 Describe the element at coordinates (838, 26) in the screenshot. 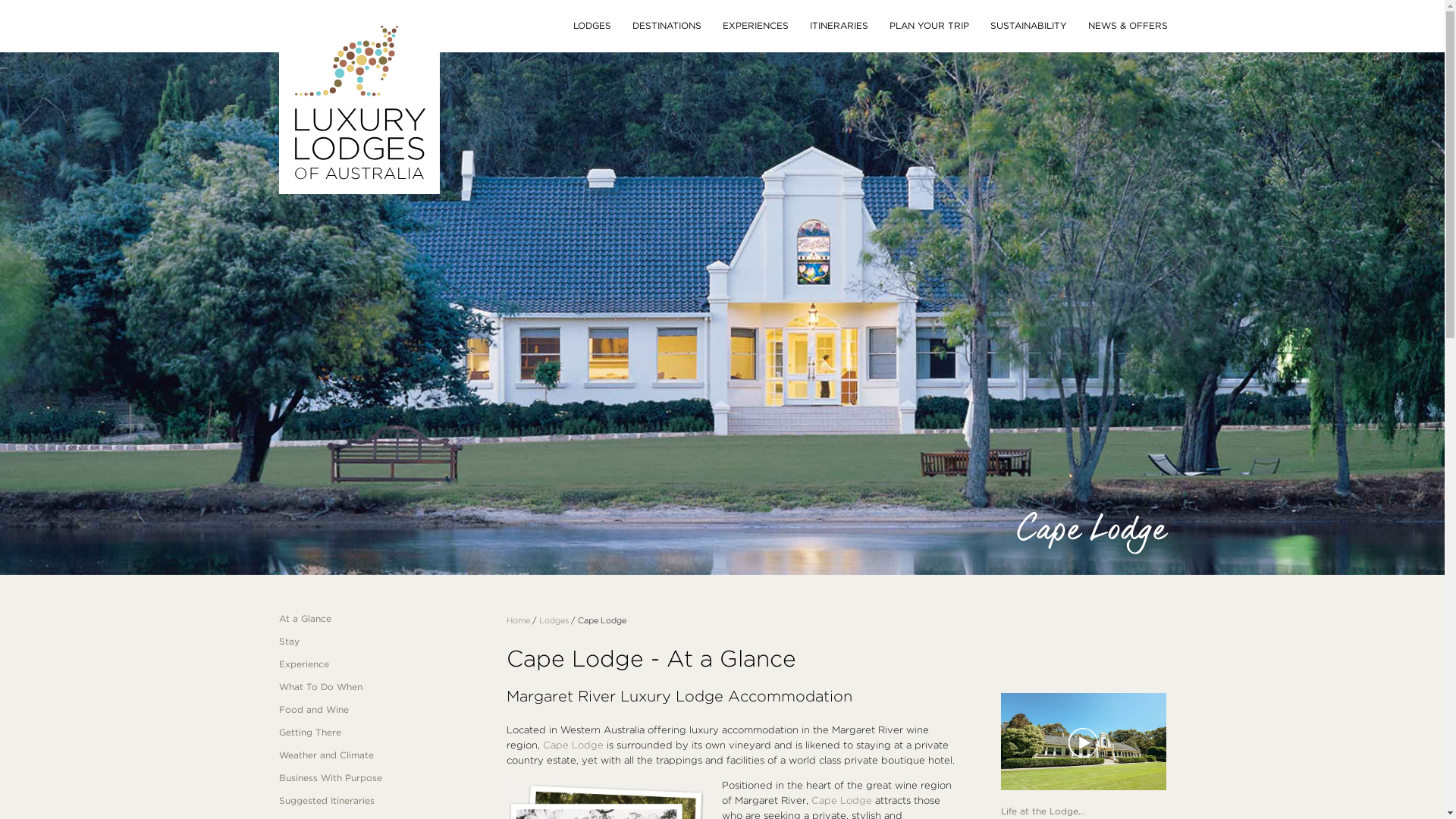

I see `'ITINERARIES'` at that location.